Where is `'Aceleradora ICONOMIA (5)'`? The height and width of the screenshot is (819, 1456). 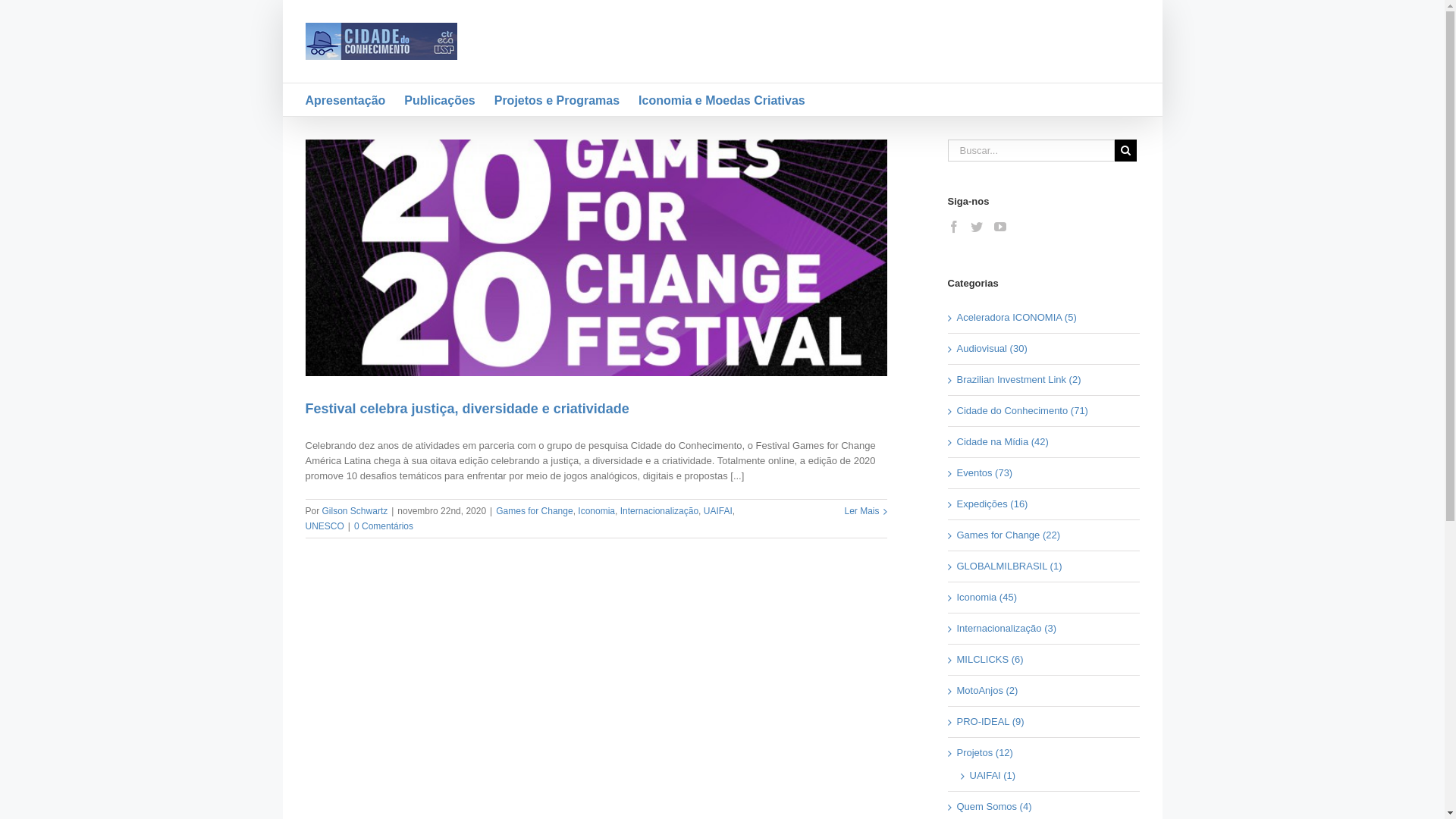
'Aceleradora ICONOMIA (5)' is located at coordinates (1043, 317).